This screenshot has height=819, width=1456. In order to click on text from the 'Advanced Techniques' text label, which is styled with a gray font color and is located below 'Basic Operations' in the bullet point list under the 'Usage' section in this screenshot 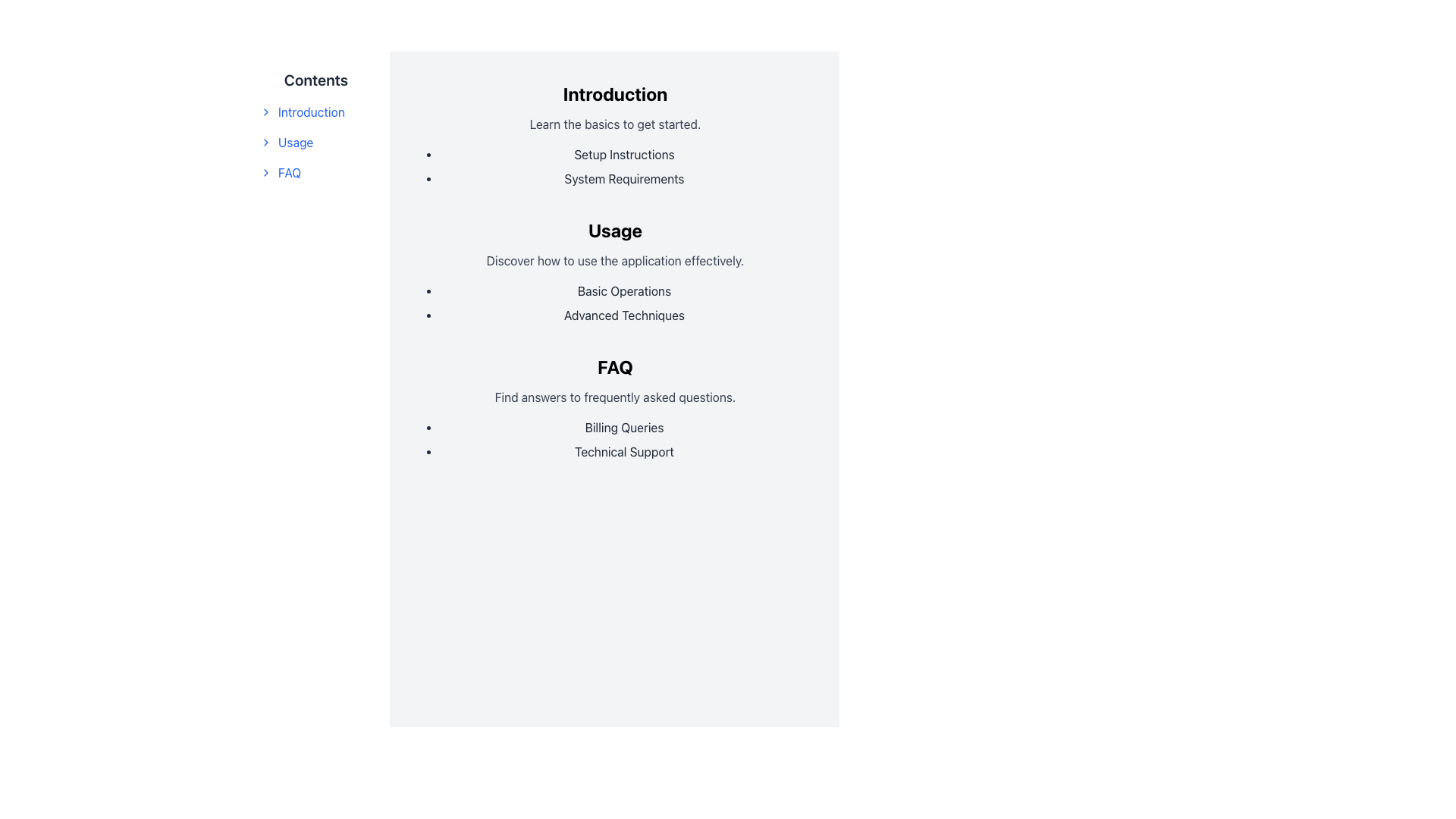, I will do `click(624, 315)`.